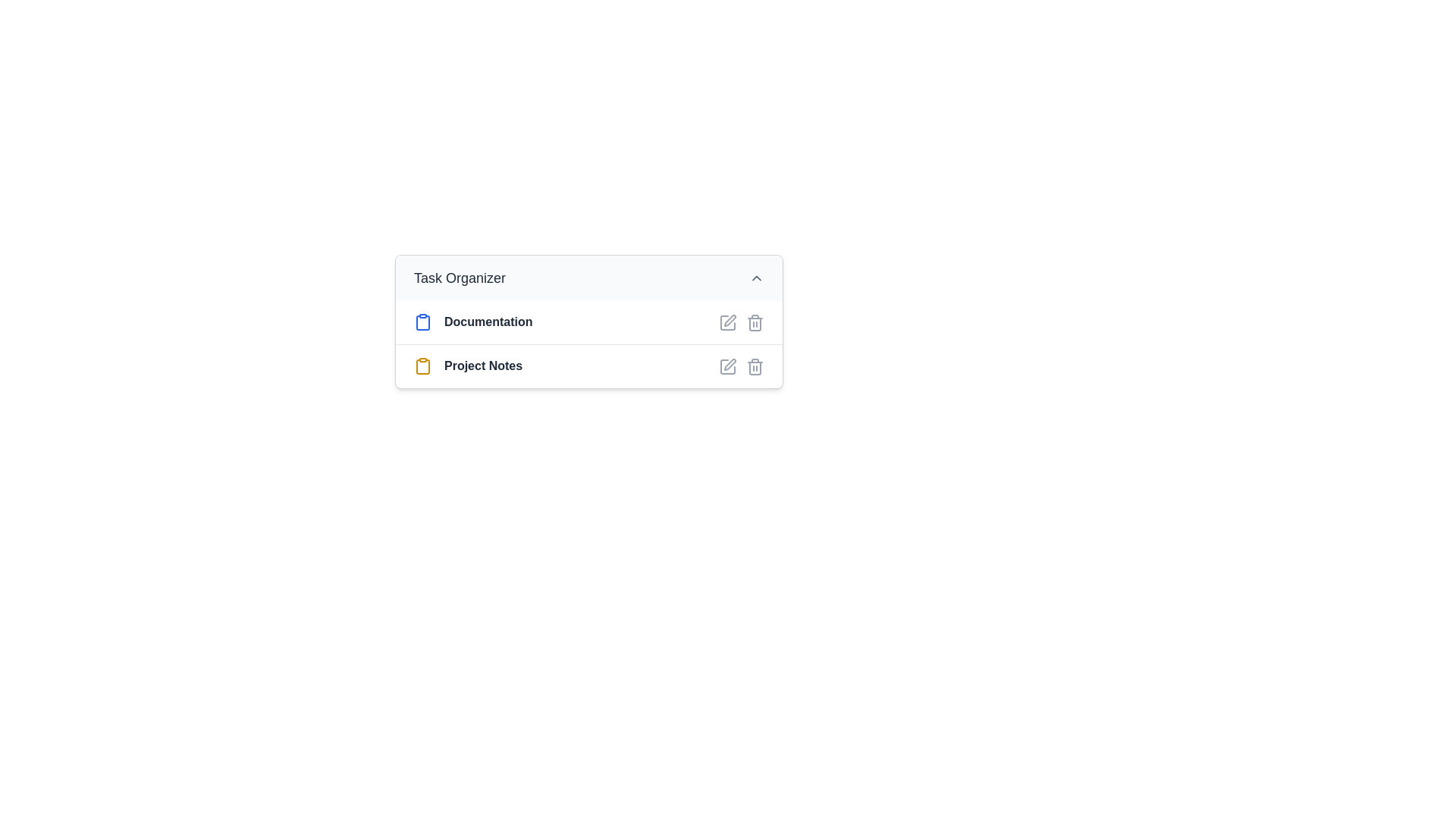 This screenshot has width=1456, height=819. I want to click on the downward-facing chevron icon in the 'Task Organizer' header bar, so click(757, 278).